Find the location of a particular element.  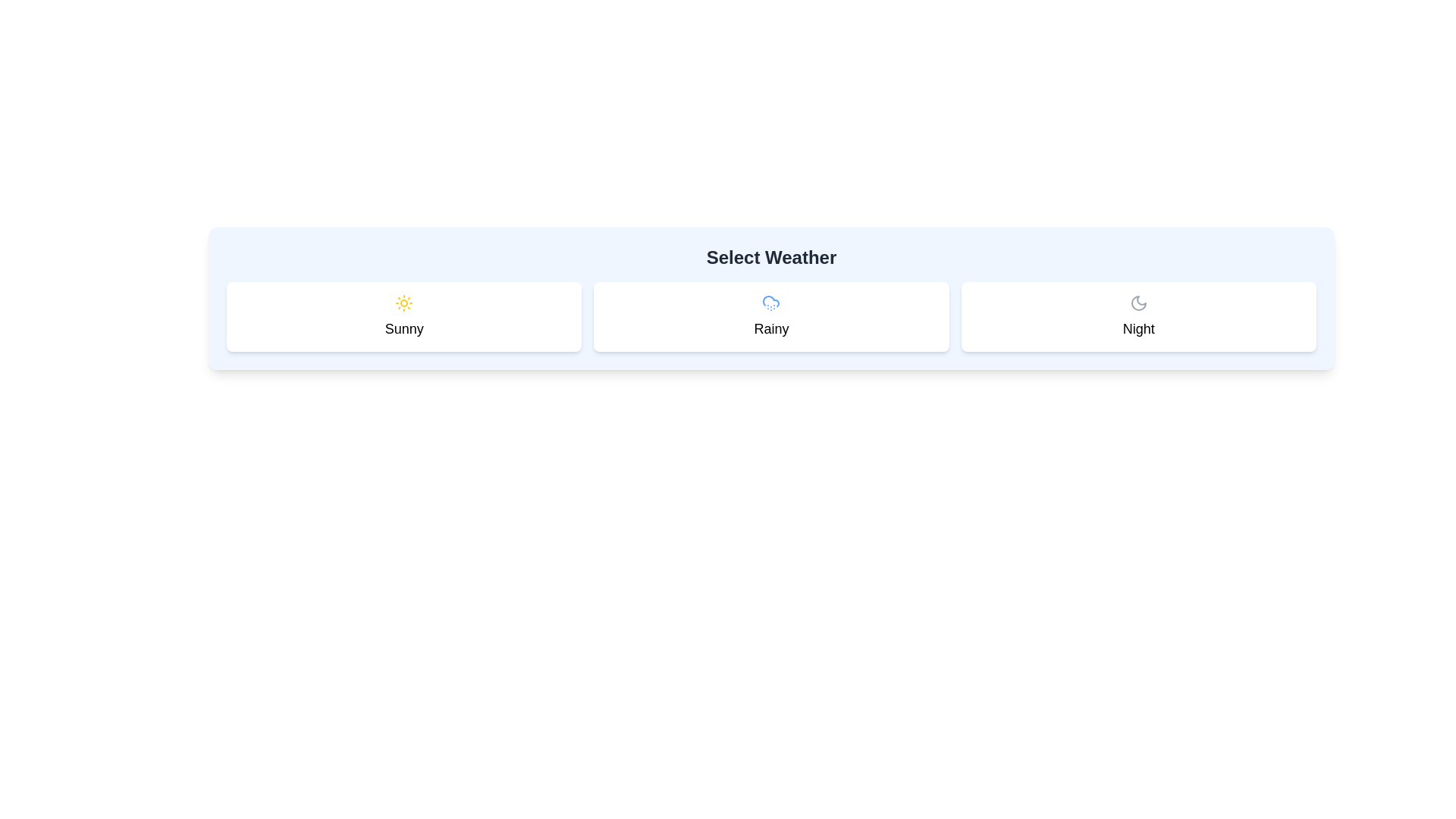

the blue cloud icon with dotted snow below it, located in the 'Rainy' box above the 'Rainy' label is located at coordinates (771, 303).